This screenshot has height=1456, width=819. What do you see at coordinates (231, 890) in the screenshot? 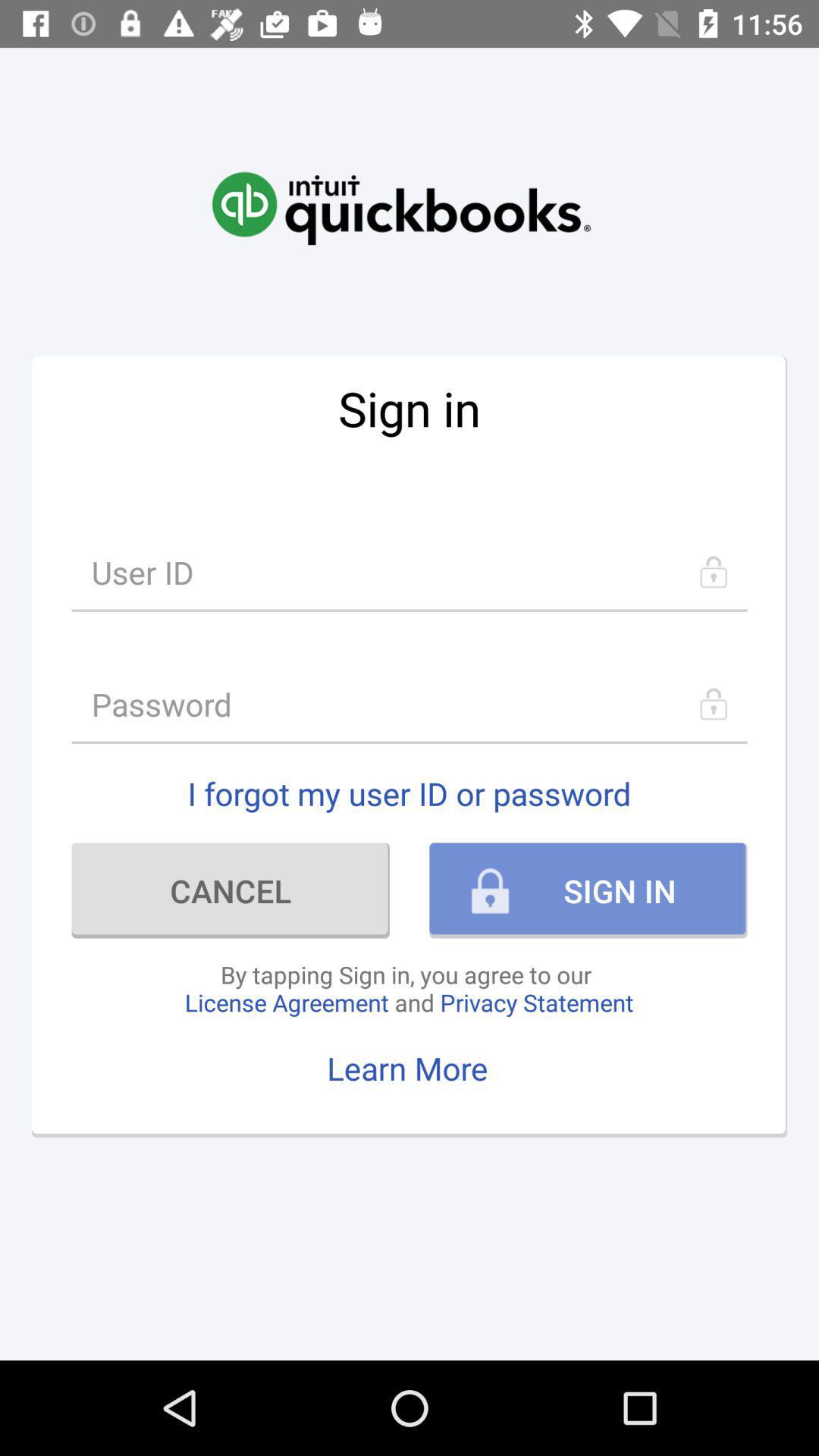
I see `the icon next to the sign in item` at bounding box center [231, 890].